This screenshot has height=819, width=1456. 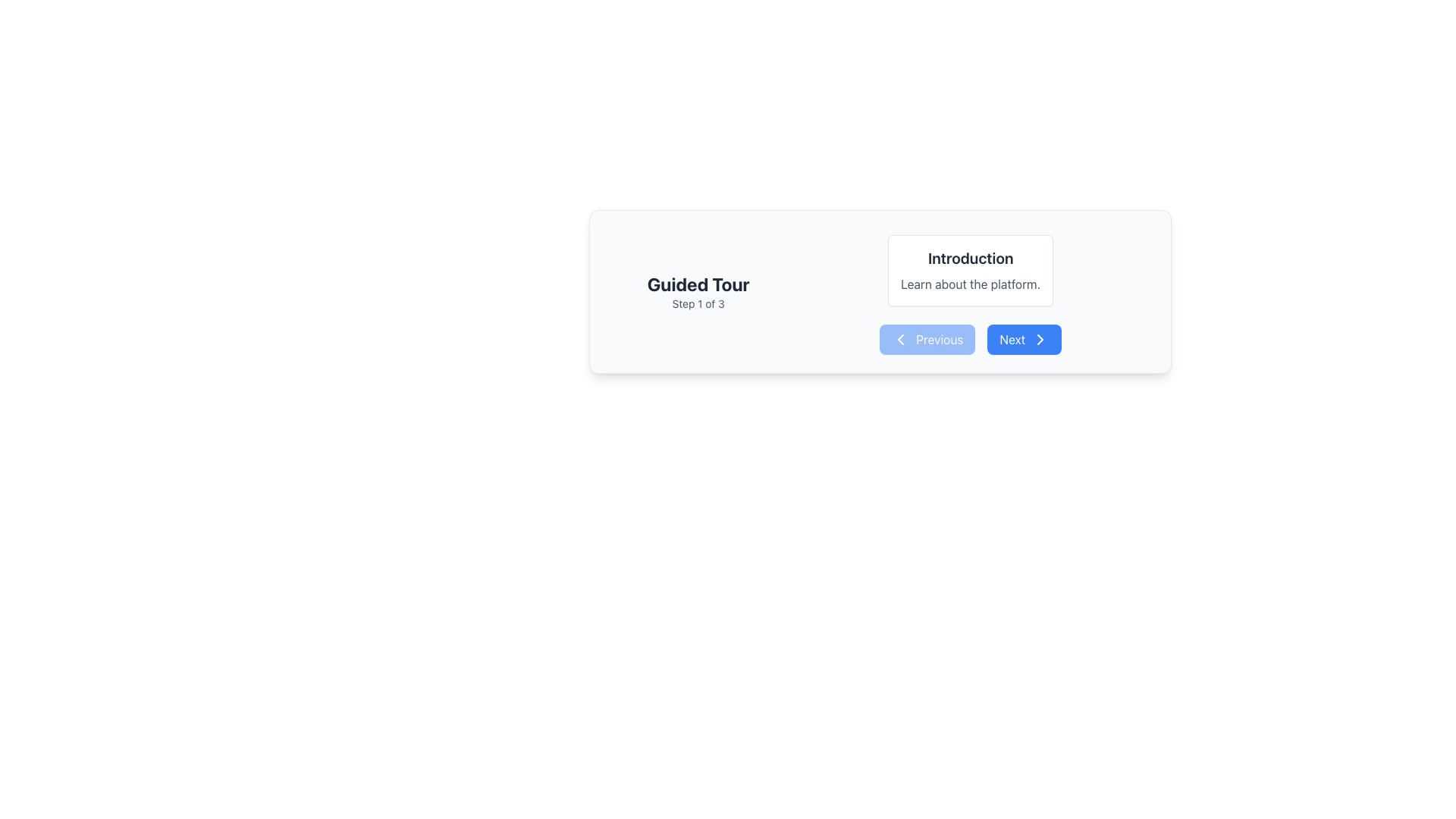 I want to click on the Text Label that indicates the current step in the Guided Tour process, located beneath the headline 'Guided Tour' in the center-left area of the interface, so click(x=698, y=304).